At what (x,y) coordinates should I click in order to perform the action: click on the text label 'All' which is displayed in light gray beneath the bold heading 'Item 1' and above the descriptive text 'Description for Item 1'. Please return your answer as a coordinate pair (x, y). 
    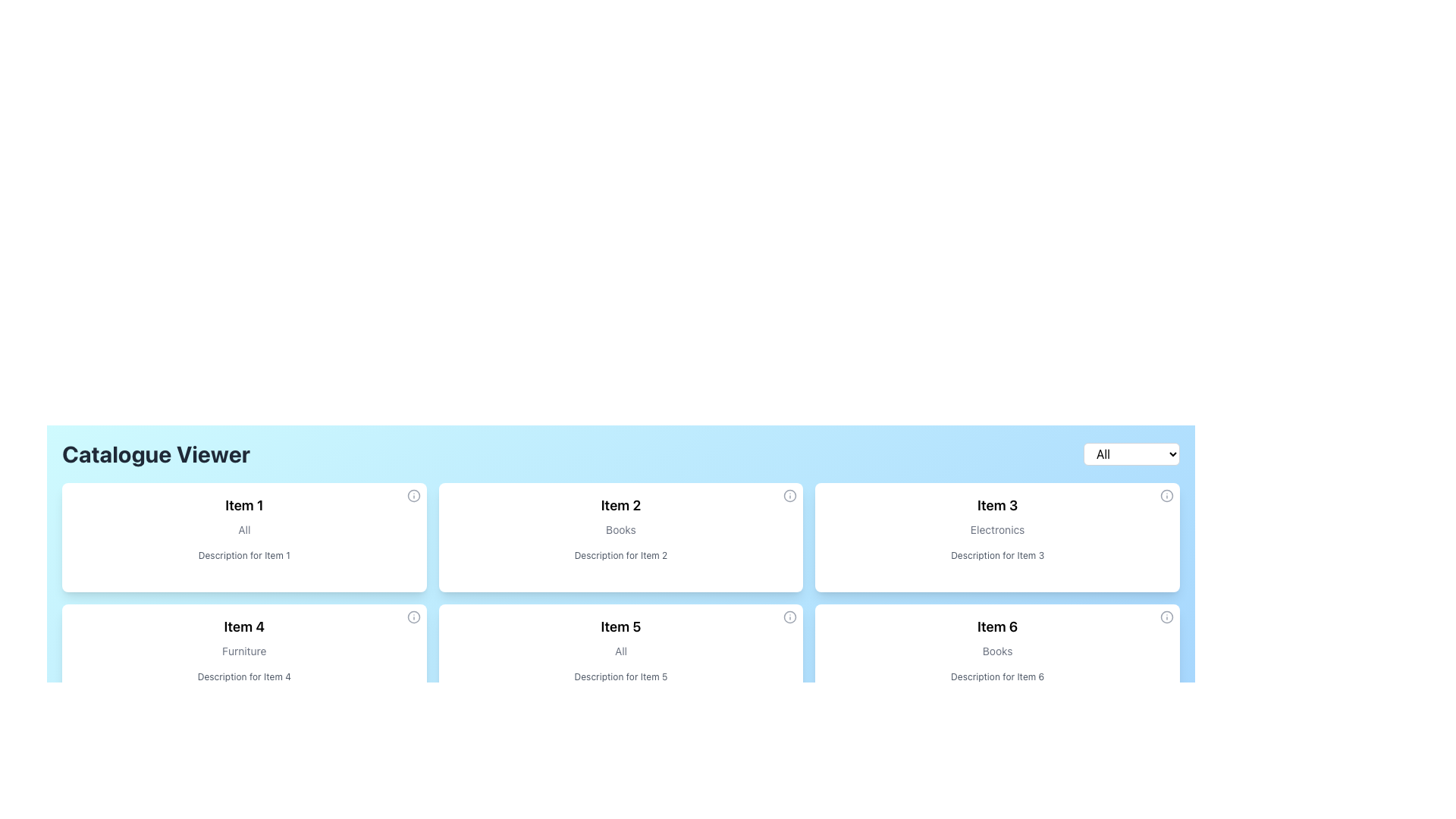
    Looking at the image, I should click on (244, 529).